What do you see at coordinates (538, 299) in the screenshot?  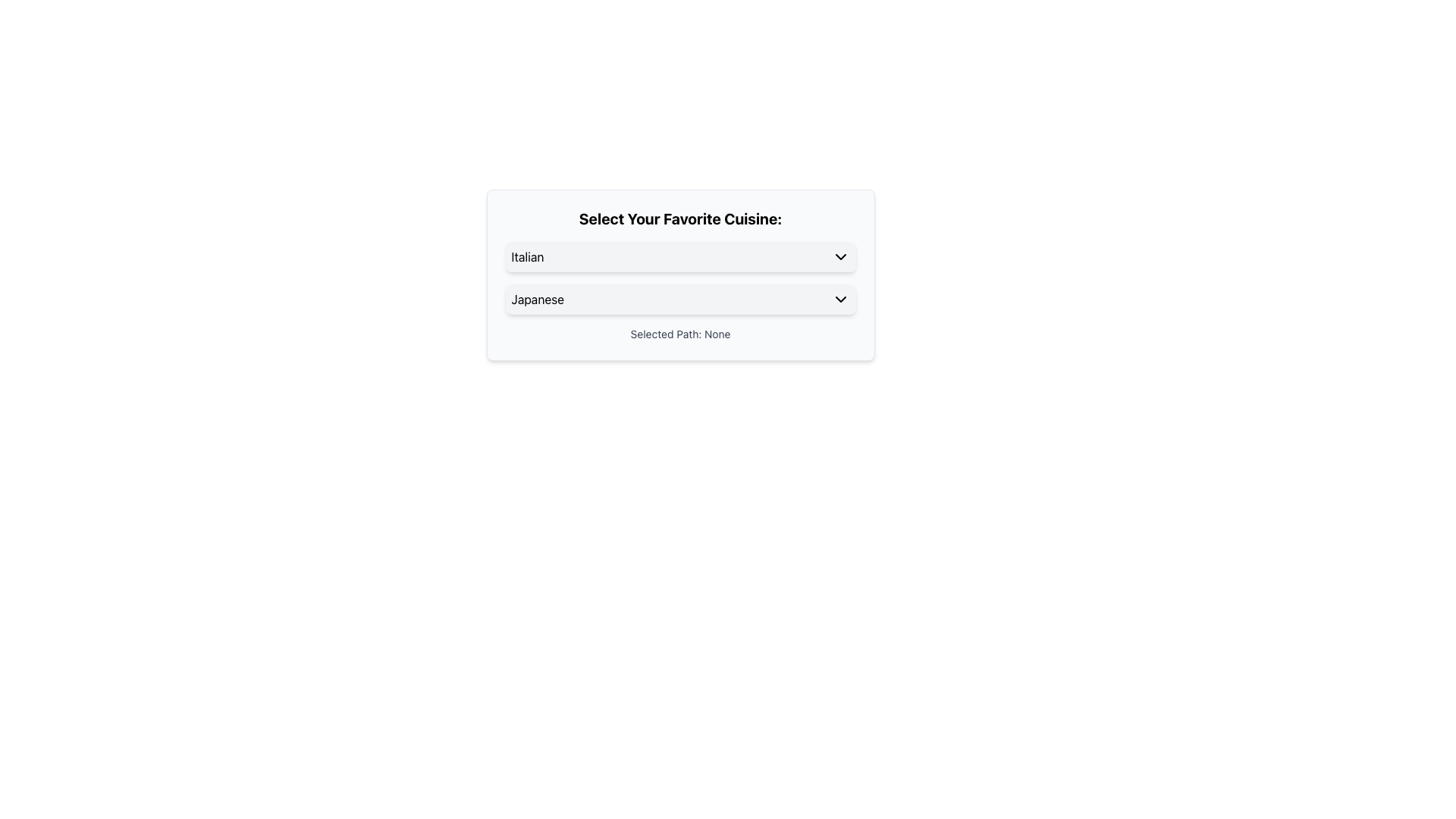 I see `the static text label indicating the selectable option 'Japanese', which is positioned below the 'Italian' label and adjacent to an arrow icon` at bounding box center [538, 299].